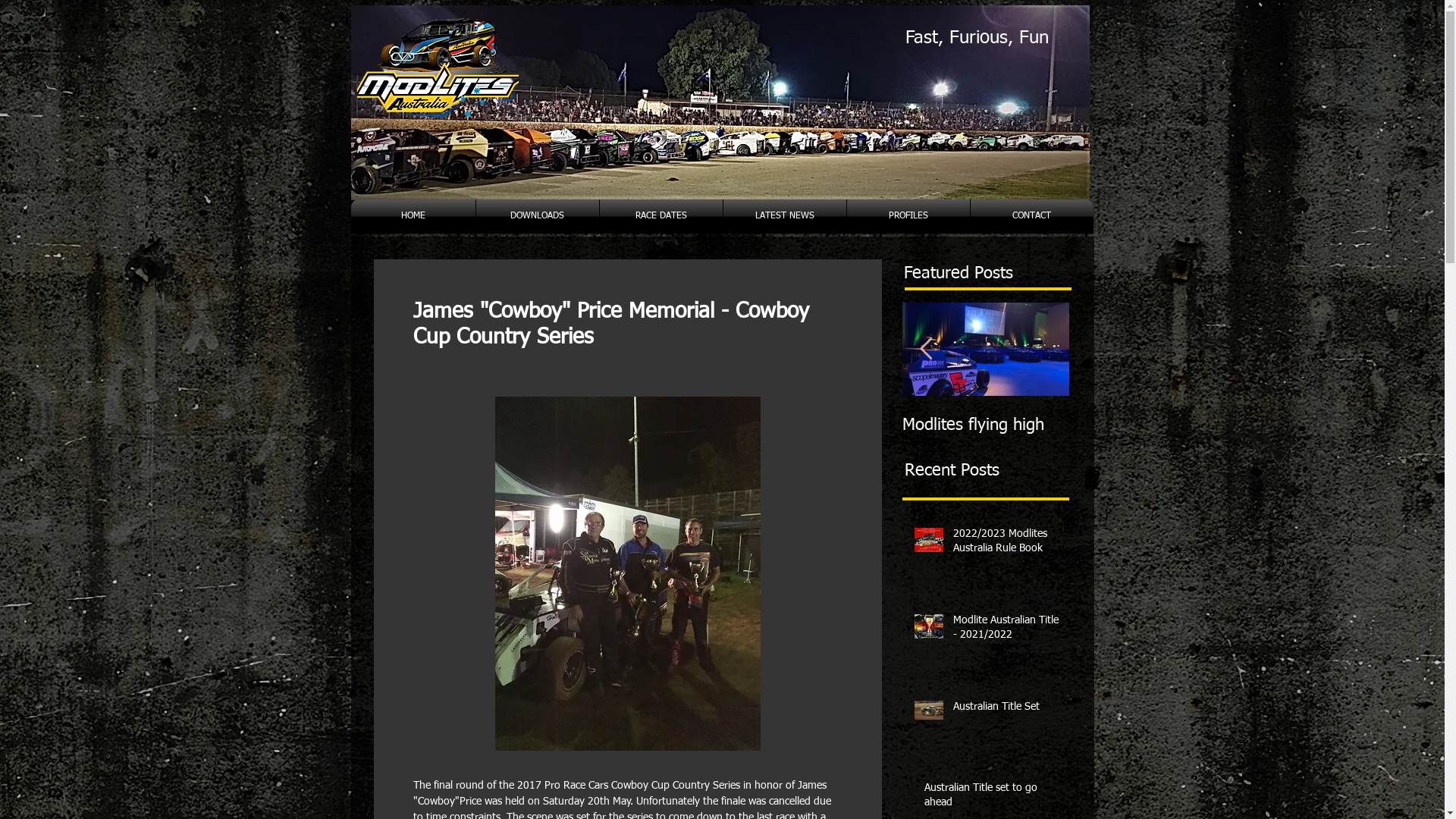 This screenshot has width=1456, height=819. I want to click on 'HOME', so click(349, 216).